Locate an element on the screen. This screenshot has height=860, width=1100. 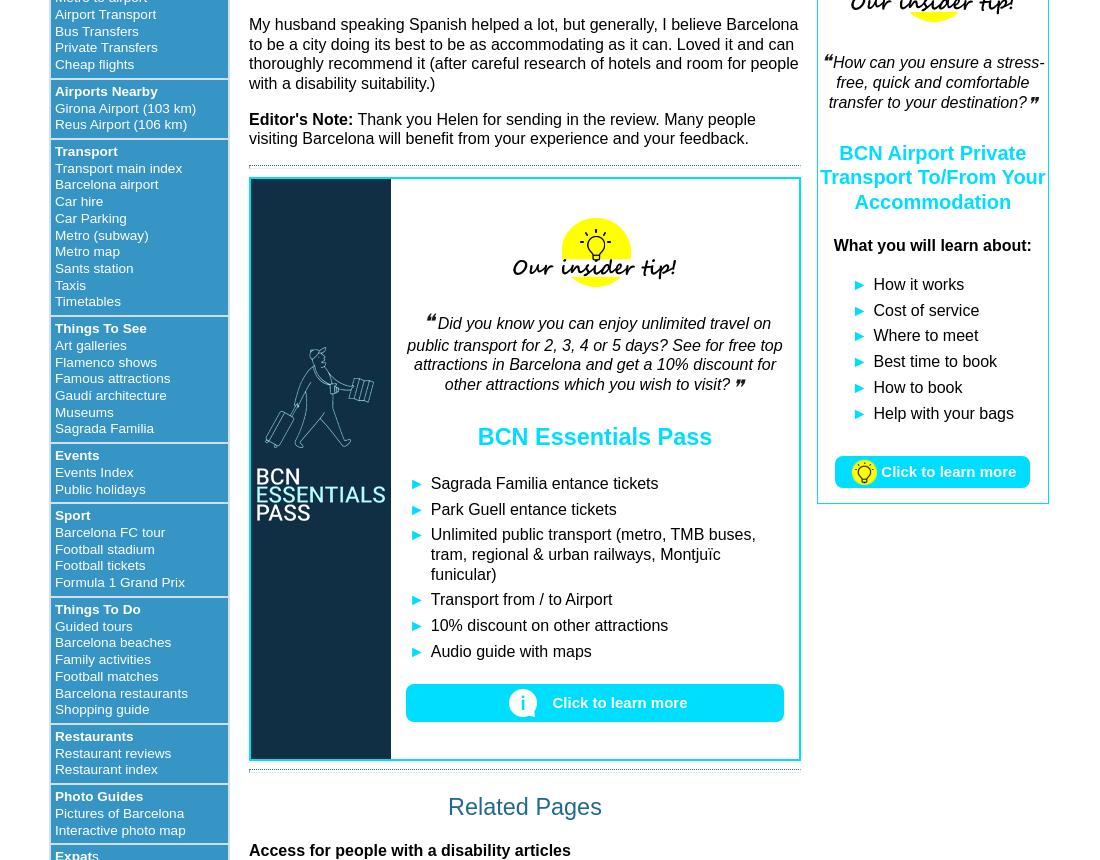
'Barcelona FC tour' is located at coordinates (110, 531).